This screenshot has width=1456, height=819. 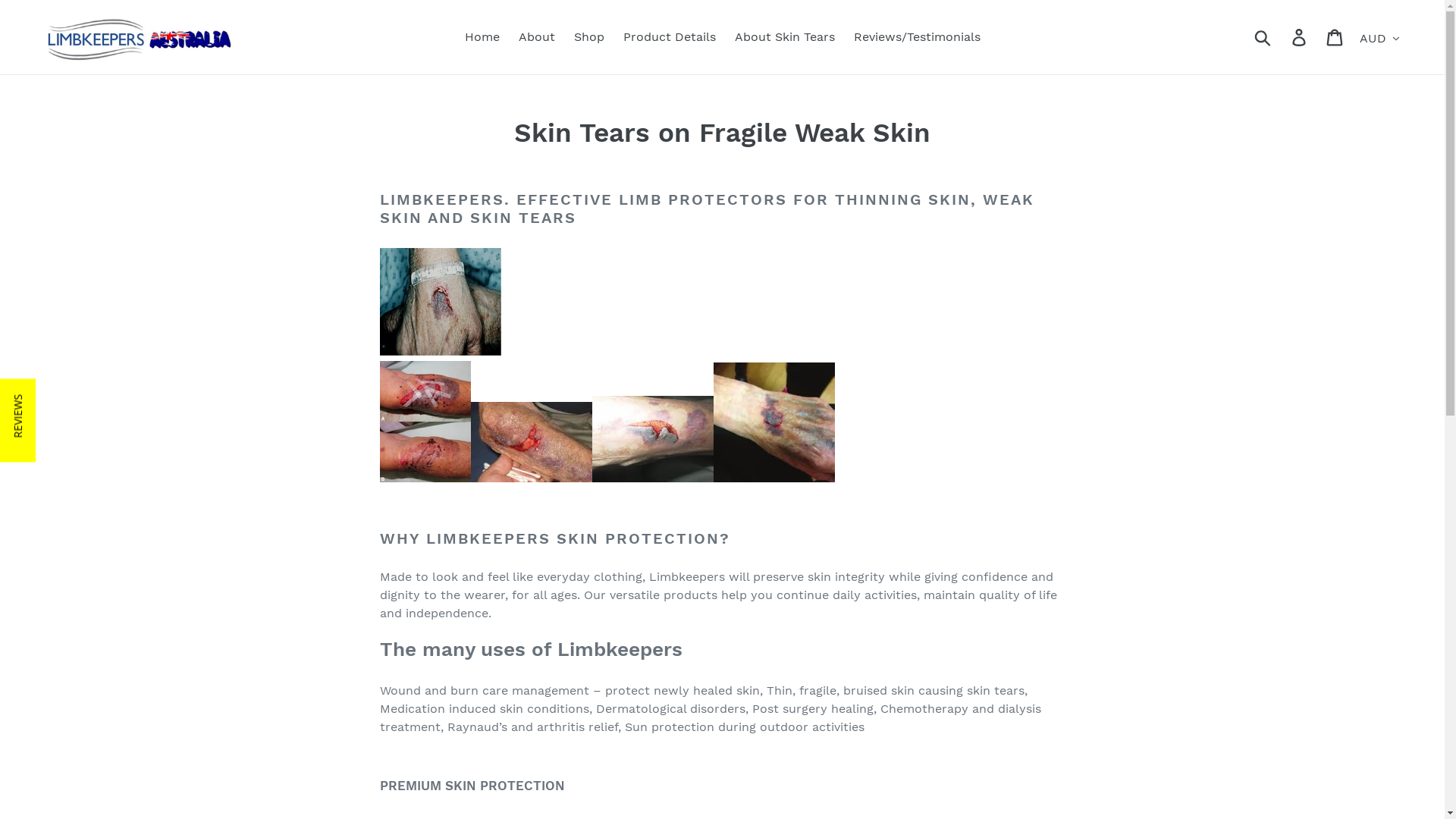 What do you see at coordinates (615, 36) in the screenshot?
I see `'Product Details'` at bounding box center [615, 36].